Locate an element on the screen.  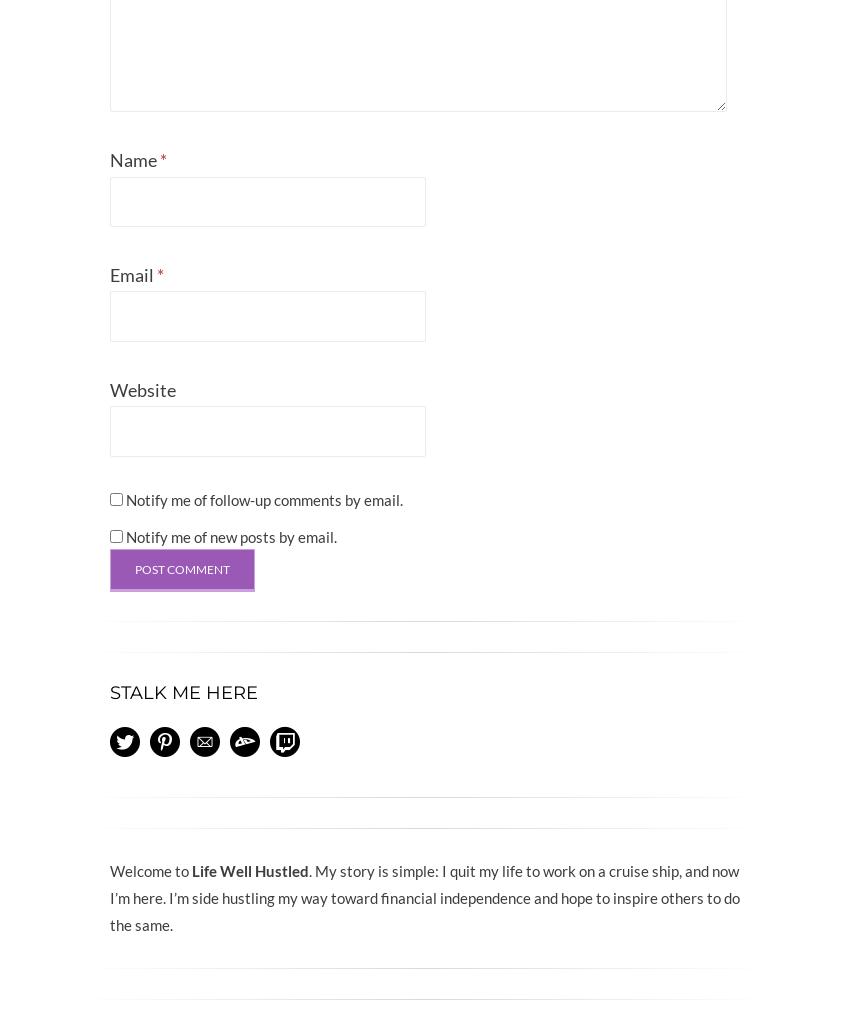
'Stalk Me Here' is located at coordinates (108, 692).